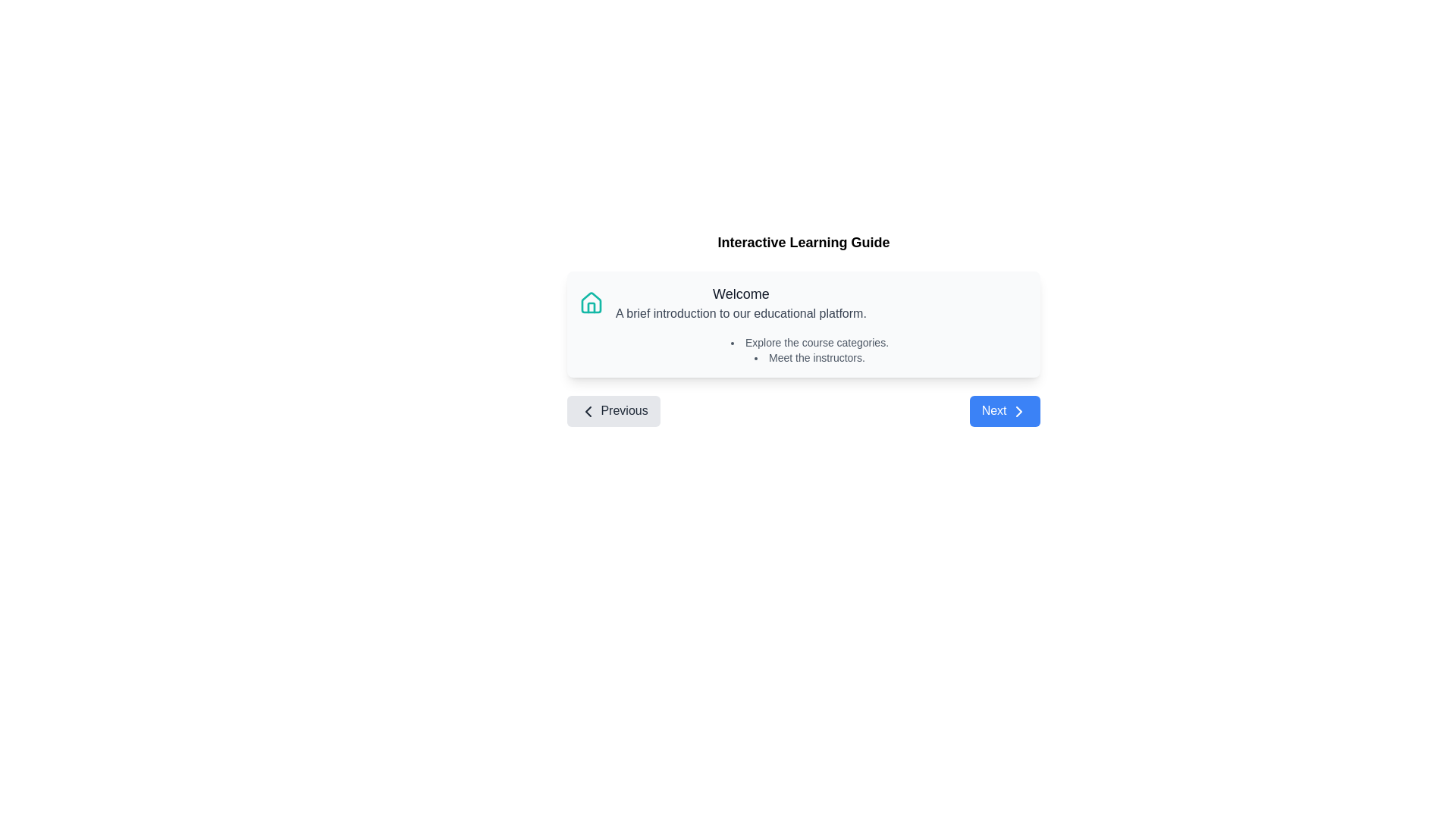 This screenshot has height=819, width=1456. I want to click on the 'Previous' button, which is a rectangular button with a rounded border, gray background, and a left-pointing chevron icon, so click(613, 411).